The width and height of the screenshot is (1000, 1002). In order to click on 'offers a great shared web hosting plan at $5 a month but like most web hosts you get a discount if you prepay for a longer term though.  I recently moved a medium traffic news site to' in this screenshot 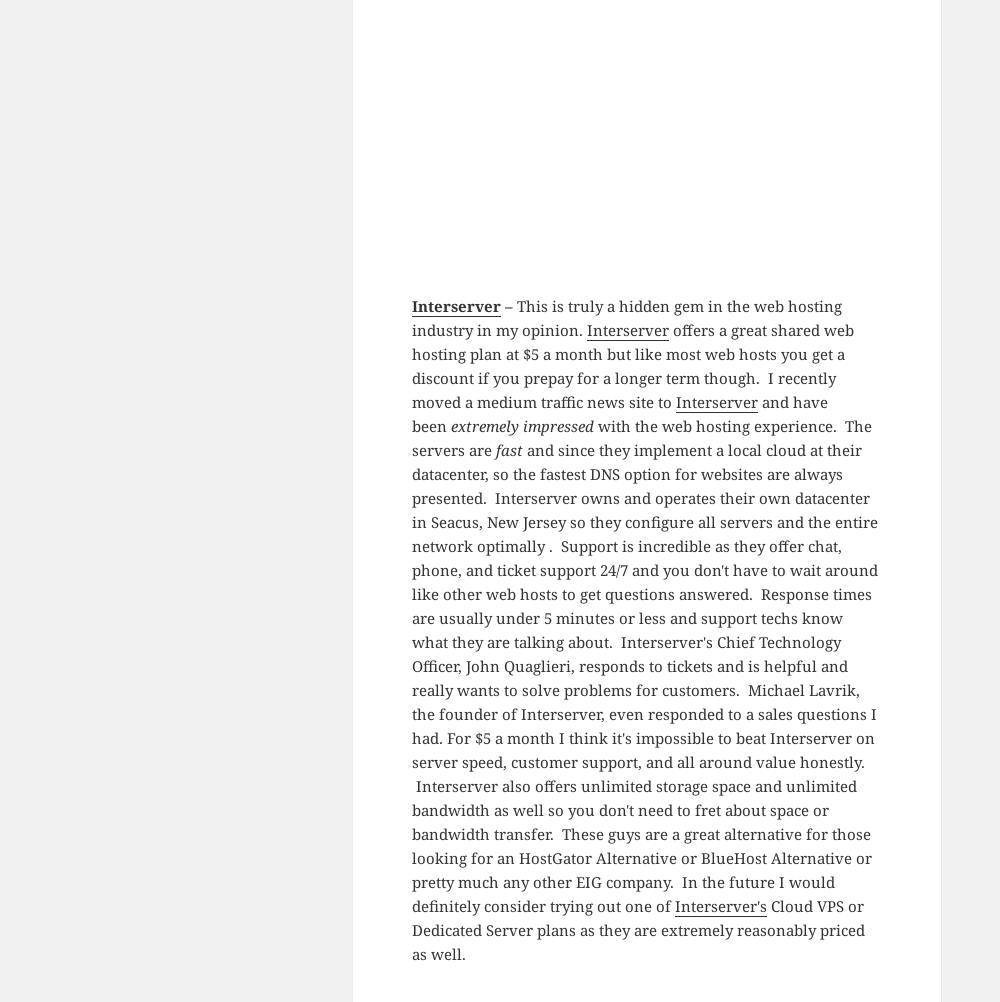, I will do `click(411, 365)`.